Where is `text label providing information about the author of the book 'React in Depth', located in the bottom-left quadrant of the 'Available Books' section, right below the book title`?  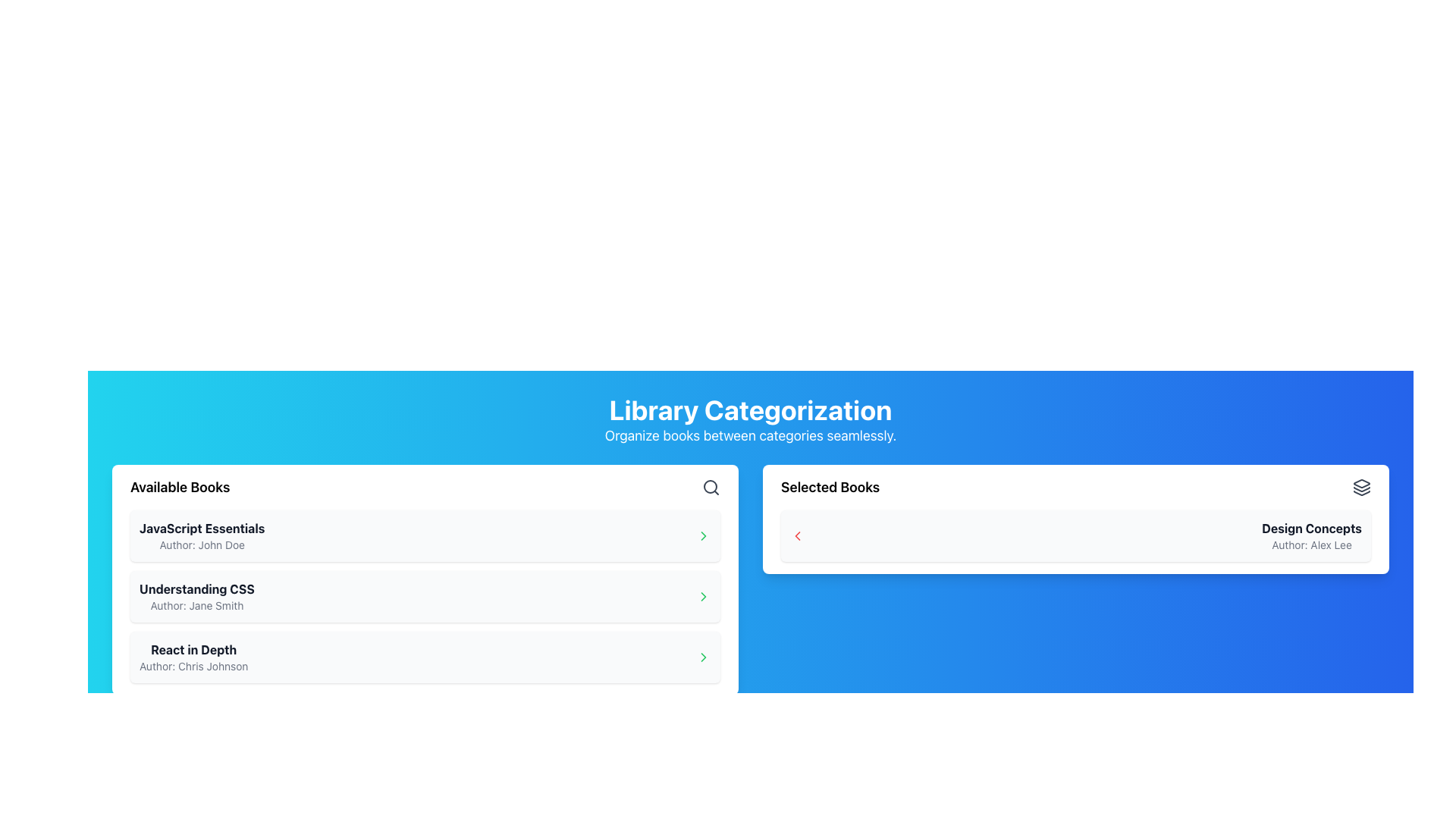
text label providing information about the author of the book 'React in Depth', located in the bottom-left quadrant of the 'Available Books' section, right below the book title is located at coordinates (193, 666).